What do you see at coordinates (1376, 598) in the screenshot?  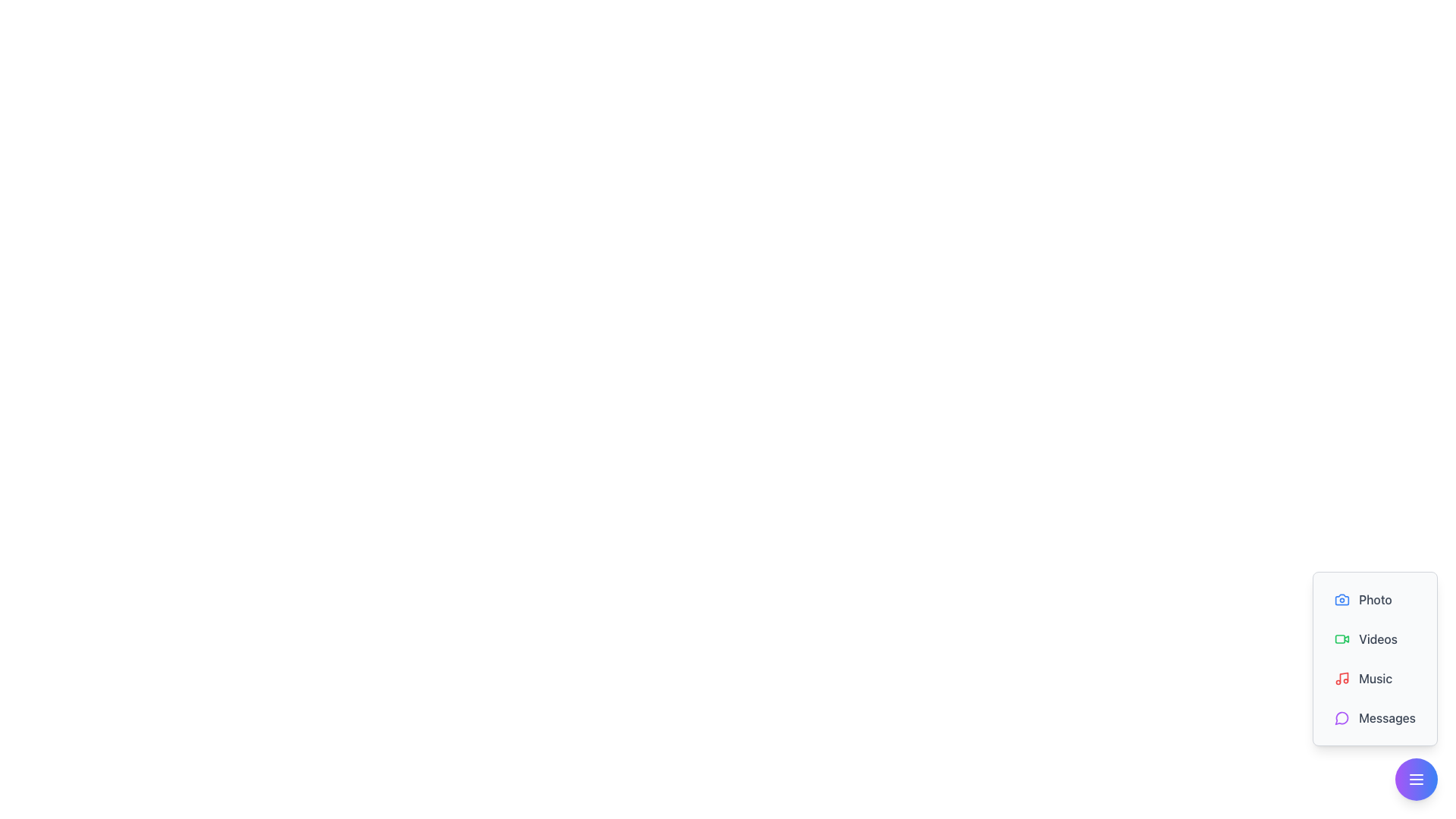 I see `text label indicating the 'Photo' menu option, which is positioned to the right of a blue camera icon and above the 'Videos' option` at bounding box center [1376, 598].